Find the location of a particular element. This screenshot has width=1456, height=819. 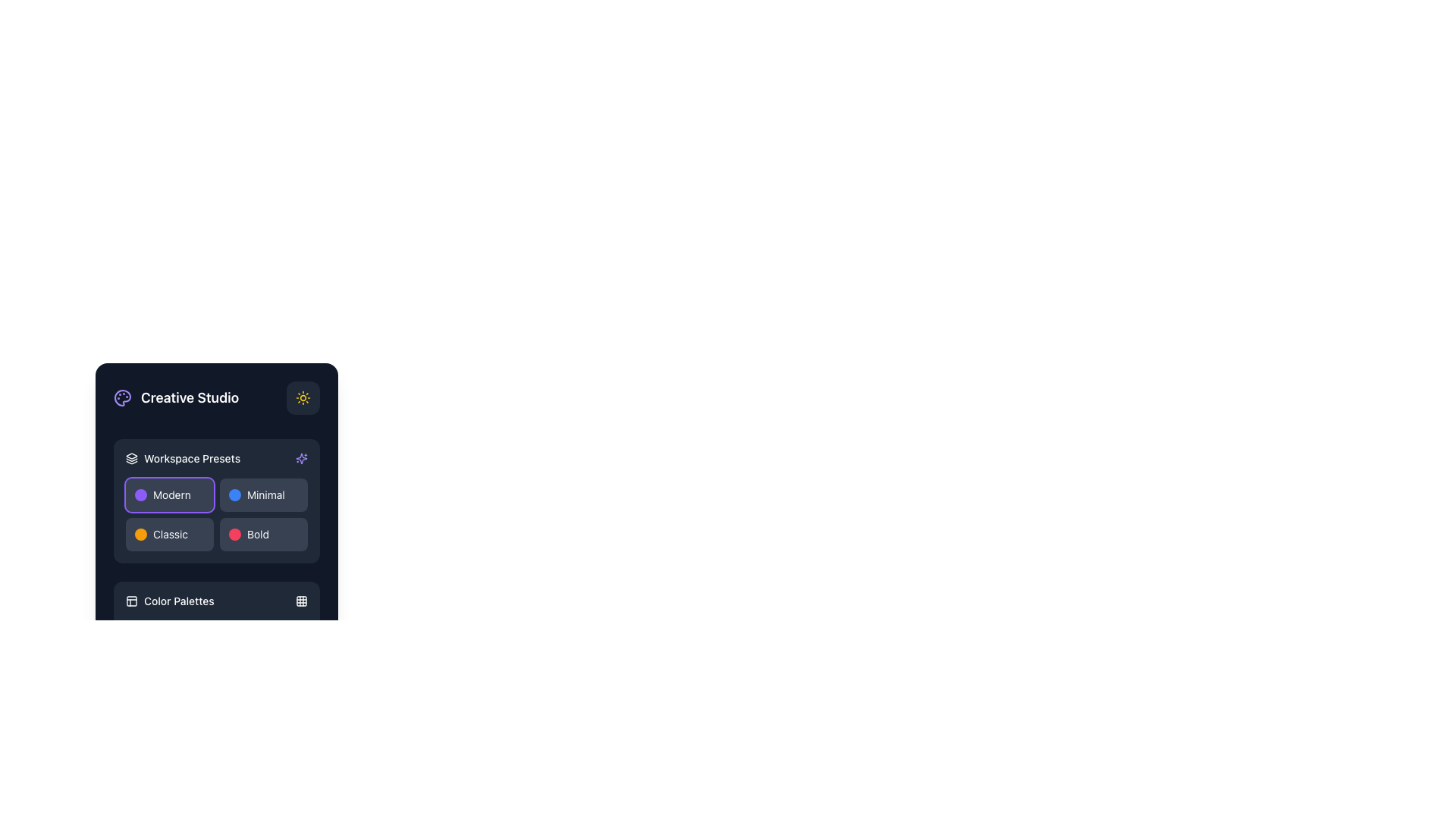

the slider is located at coordinates (129, 803).